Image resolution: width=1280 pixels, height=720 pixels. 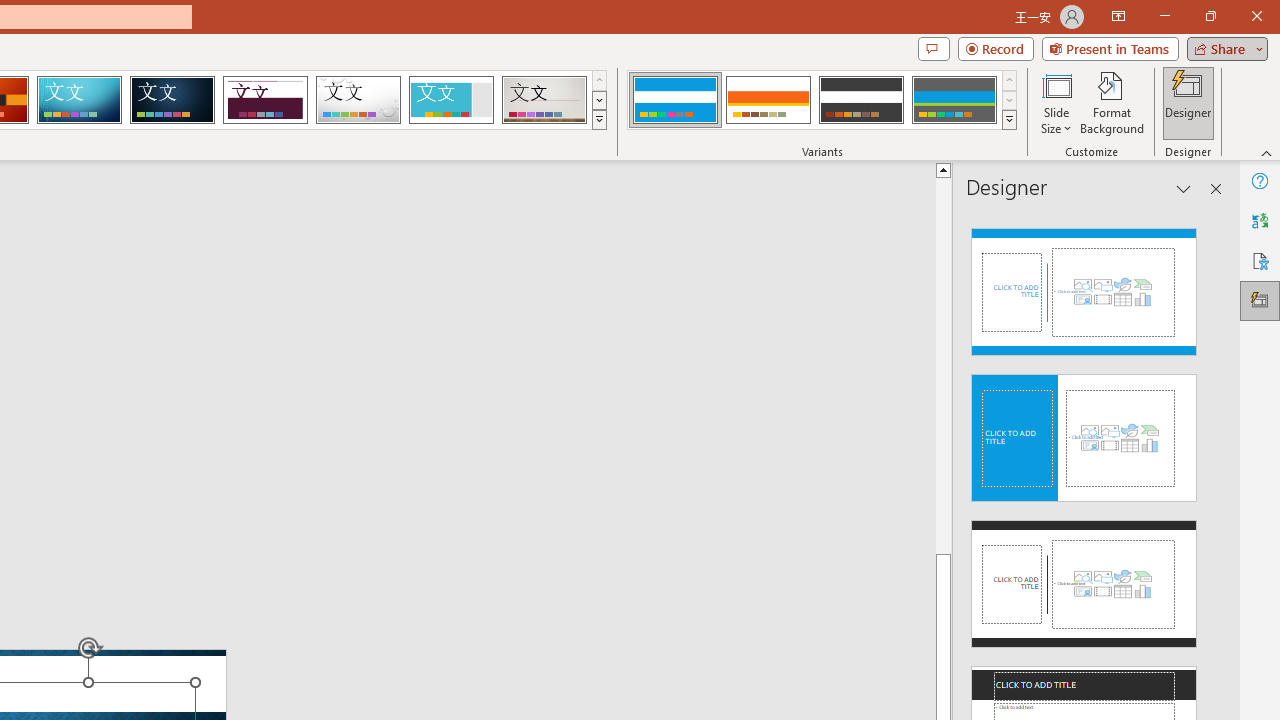 I want to click on 'Dividend', so click(x=264, y=100).